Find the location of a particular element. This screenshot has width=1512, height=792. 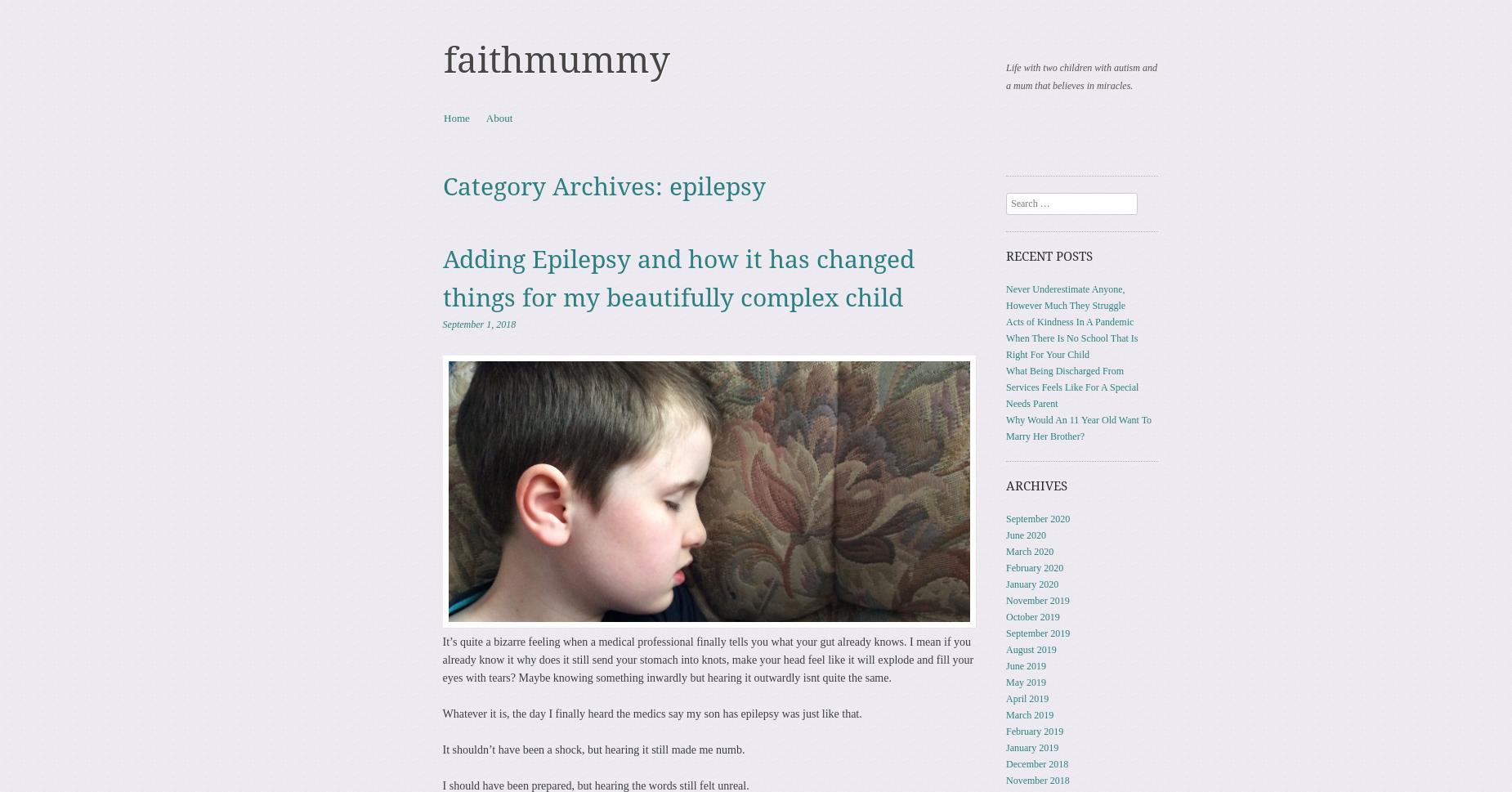

'It shouldn’t have been a shock, but hearing it still made me numb.' is located at coordinates (593, 749).